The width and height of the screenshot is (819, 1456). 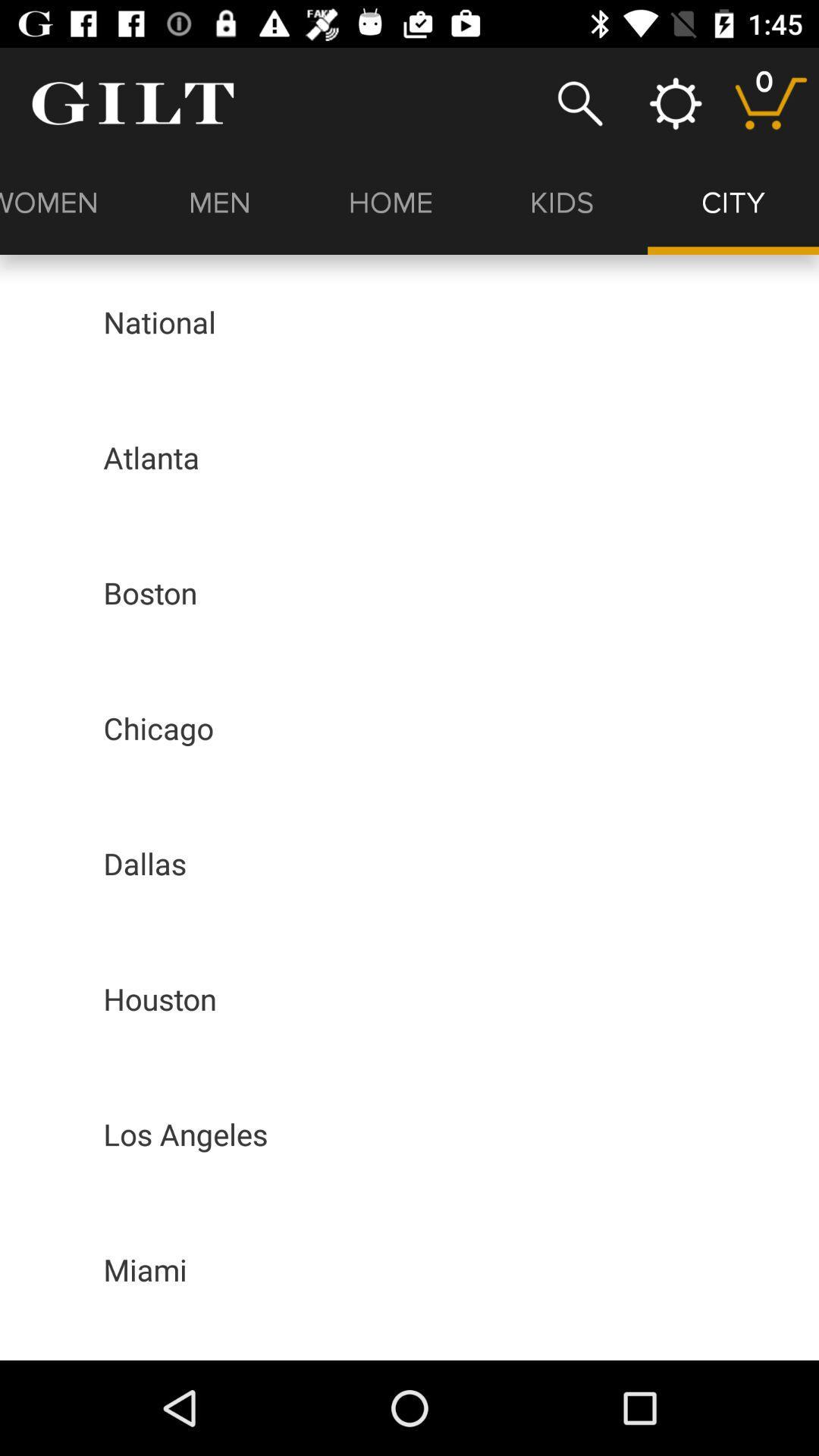 I want to click on icon below dallas app, so click(x=160, y=999).